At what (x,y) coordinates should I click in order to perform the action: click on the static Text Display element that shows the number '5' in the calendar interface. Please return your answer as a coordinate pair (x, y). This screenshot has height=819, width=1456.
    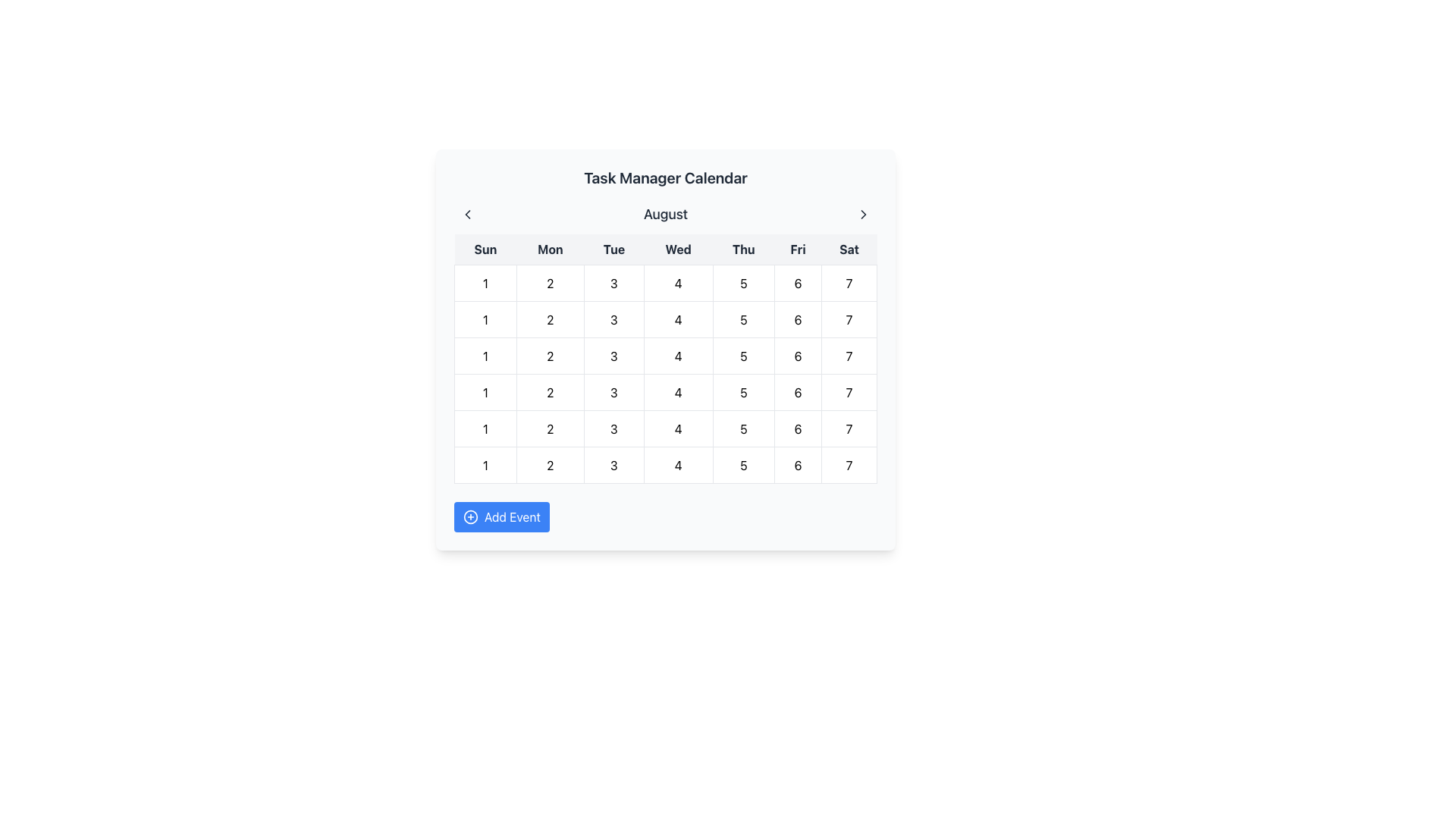
    Looking at the image, I should click on (743, 283).